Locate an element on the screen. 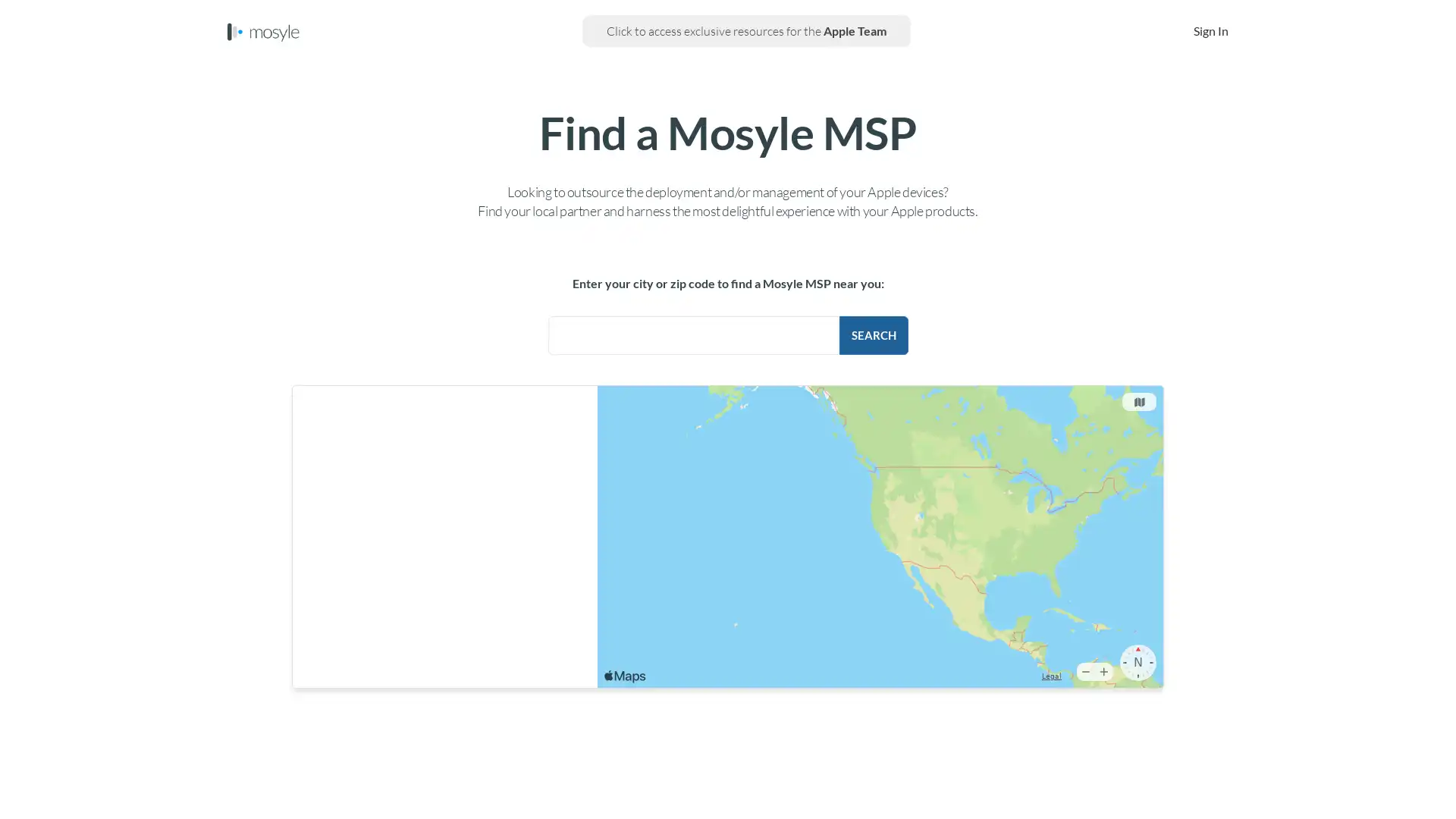 The width and height of the screenshot is (1456, 819). Zoom Out is located at coordinates (1084, 671).